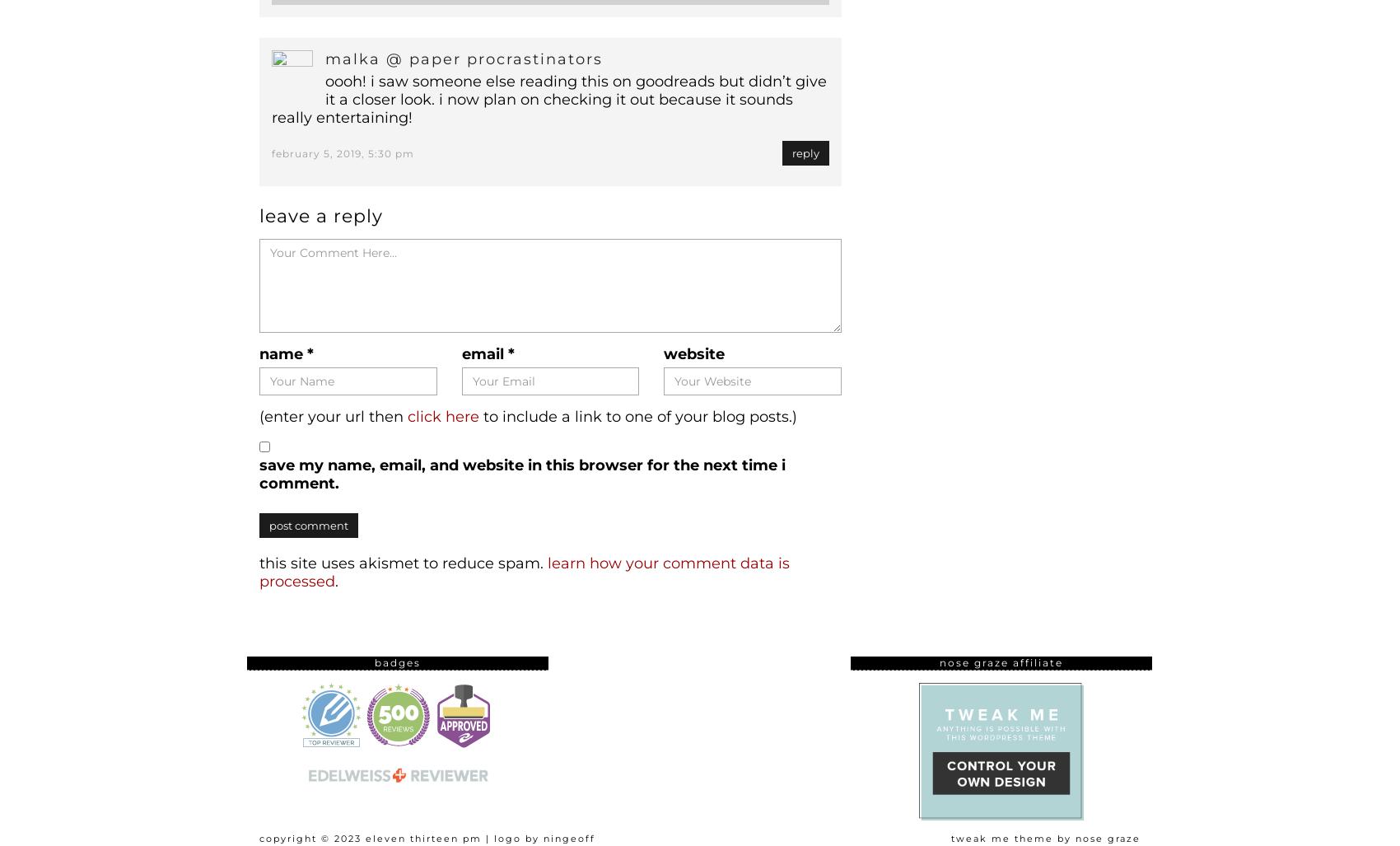 The height and width of the screenshot is (846, 1400). What do you see at coordinates (523, 572) in the screenshot?
I see `'Learn how your comment data is processed'` at bounding box center [523, 572].